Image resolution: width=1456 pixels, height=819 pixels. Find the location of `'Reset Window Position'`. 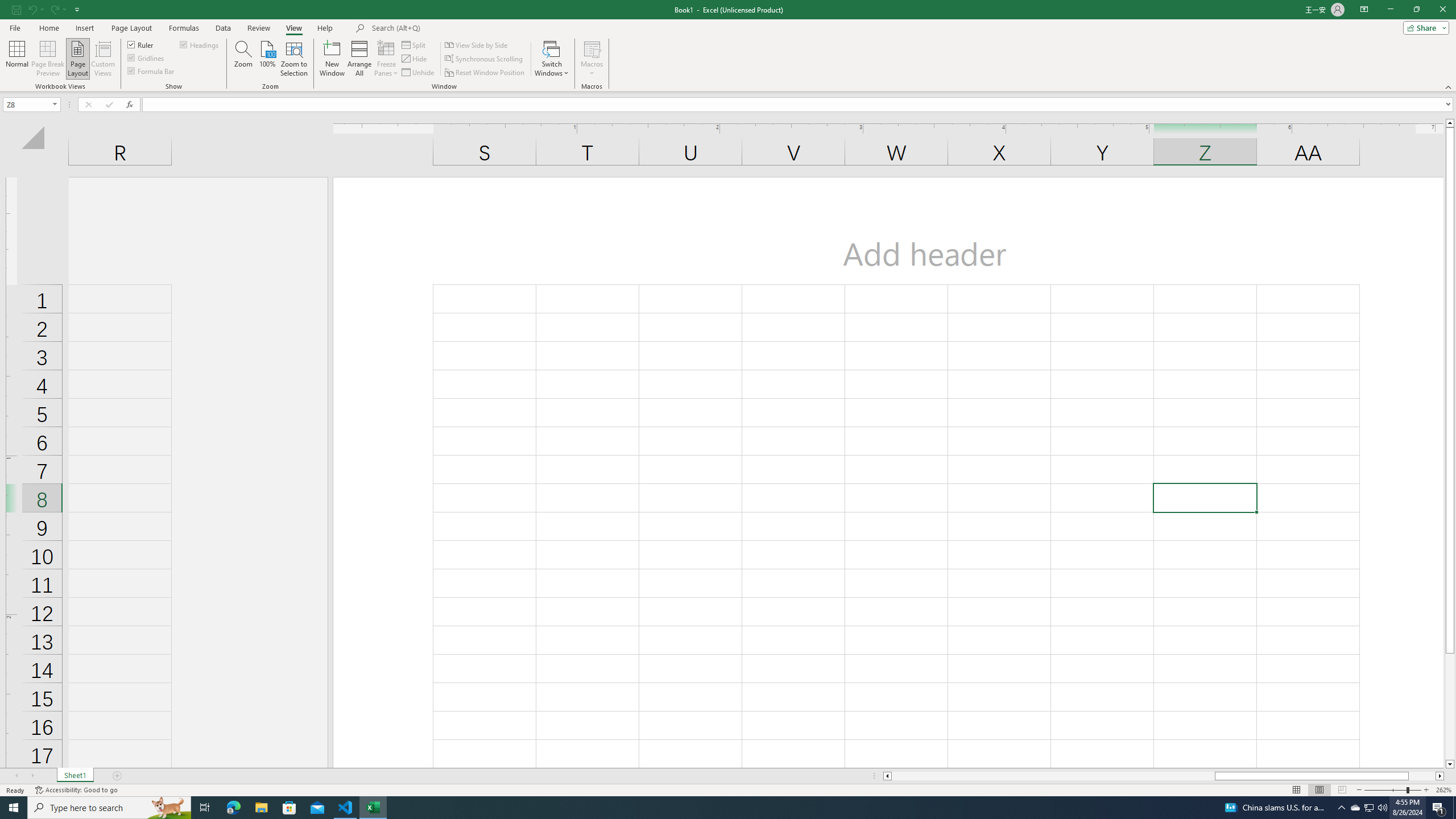

'Reset Window Position' is located at coordinates (485, 72).